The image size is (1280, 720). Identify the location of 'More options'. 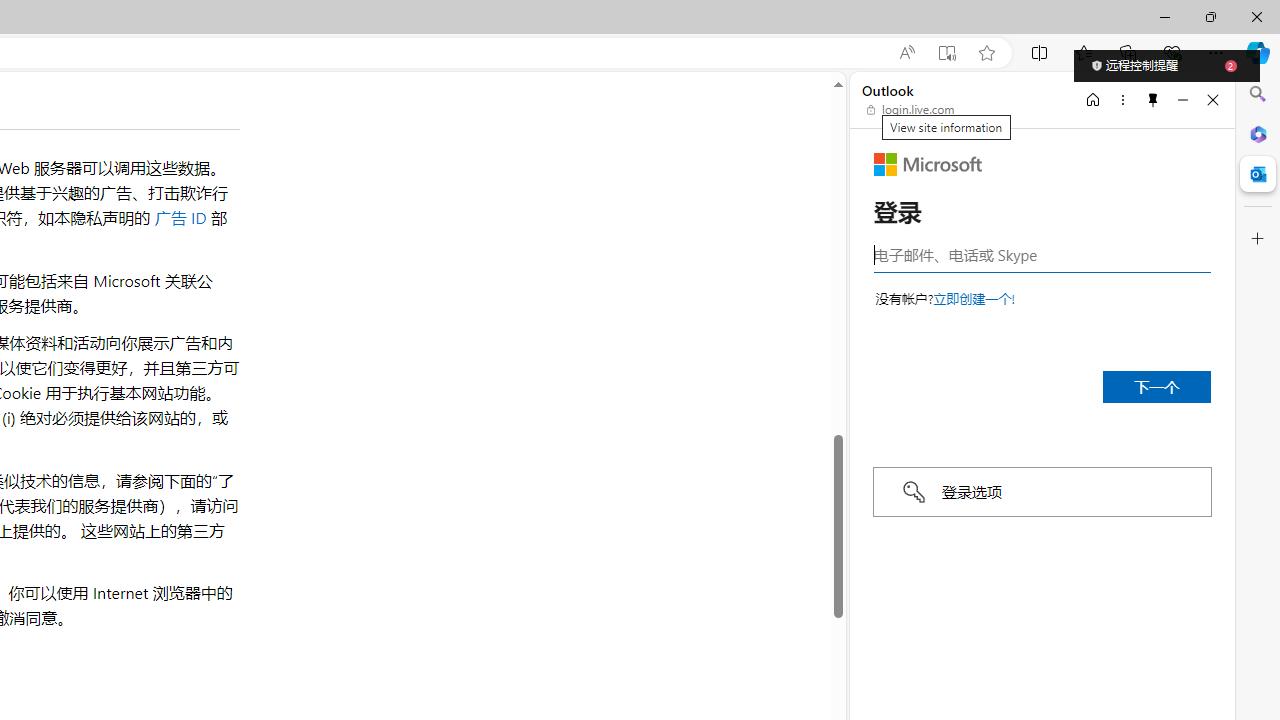
(1122, 99).